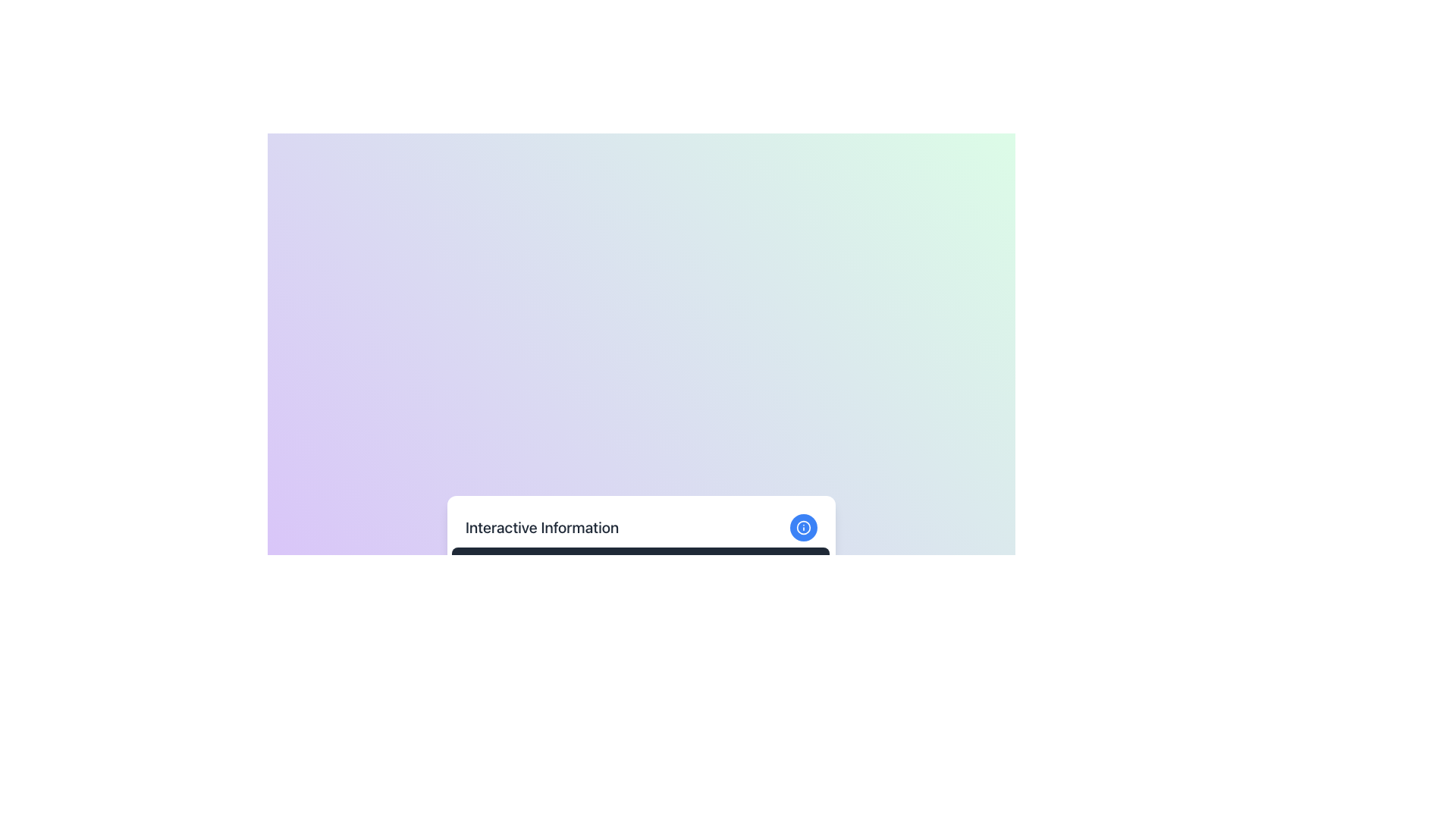 This screenshot has width=1456, height=819. I want to click on the expandable content indicator icon located immediately to the left of the 'Expand Details' text, so click(471, 562).